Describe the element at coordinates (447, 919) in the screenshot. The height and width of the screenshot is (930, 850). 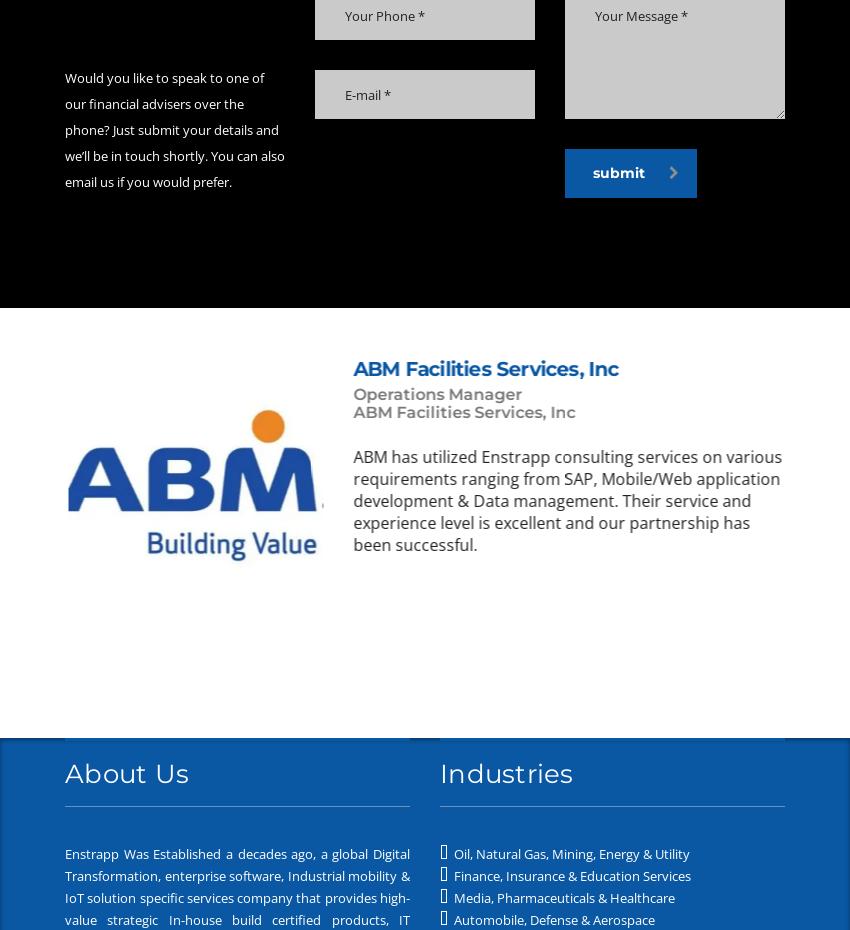
I see `'Automobile, Defense & Aerospace'` at that location.